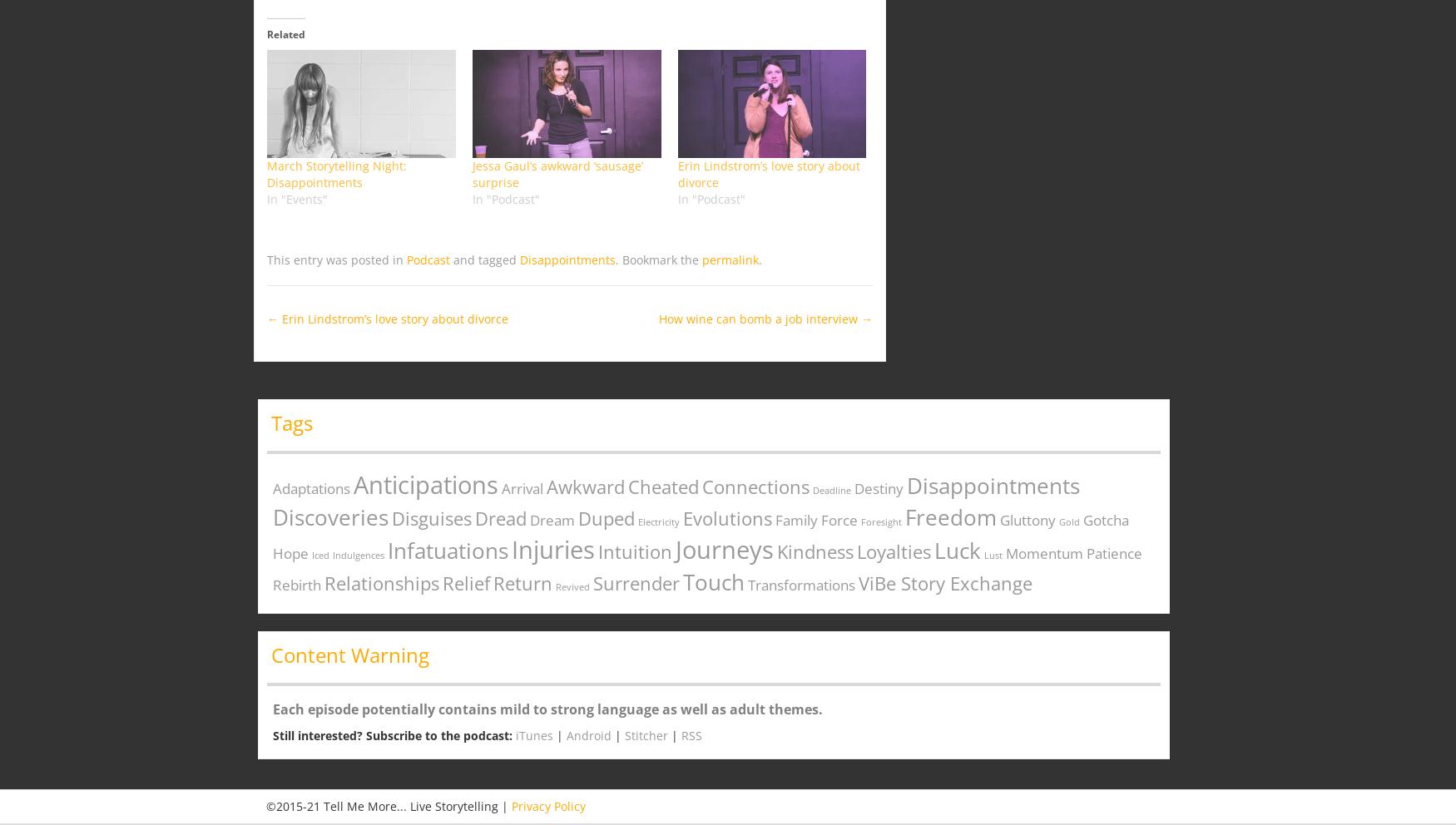 The height and width of the screenshot is (825, 1456). What do you see at coordinates (956, 550) in the screenshot?
I see `'Luck'` at bounding box center [956, 550].